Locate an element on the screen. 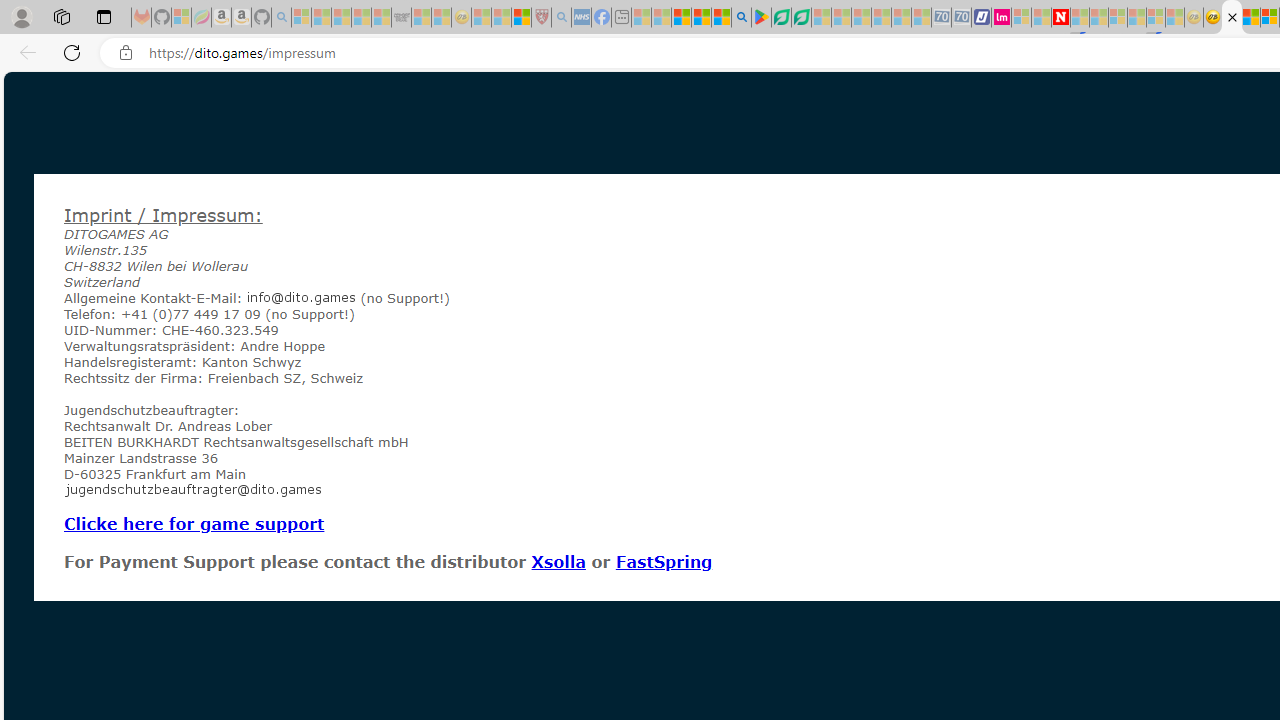 This screenshot has width=1280, height=720. 'Cheap Hotels - Save70.com - Sleeping' is located at coordinates (961, 17).